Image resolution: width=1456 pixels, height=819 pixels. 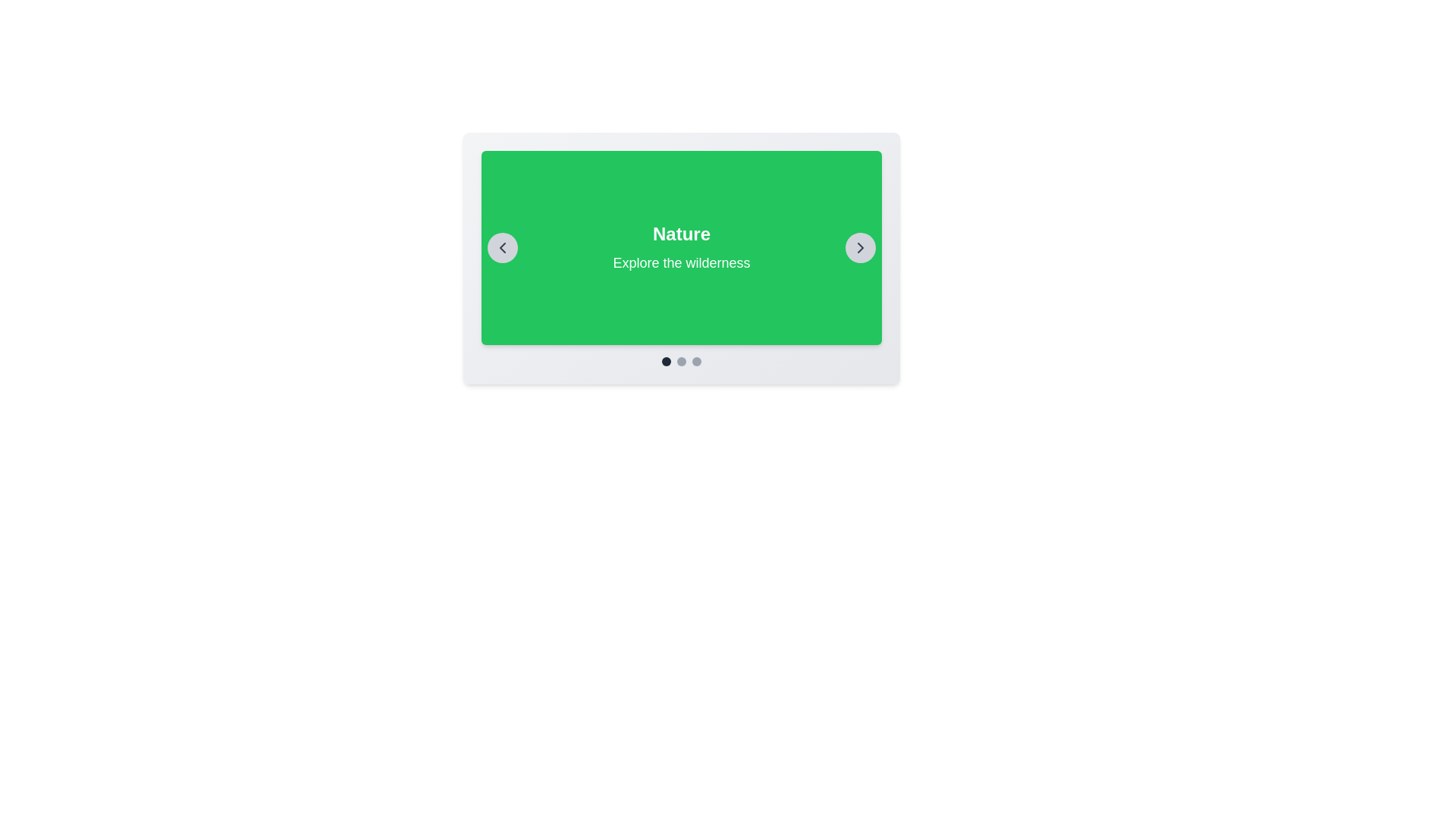 What do you see at coordinates (680, 362) in the screenshot?
I see `the middle circular dot button with a gray background that is part of a group of three dots beneath a green content area` at bounding box center [680, 362].